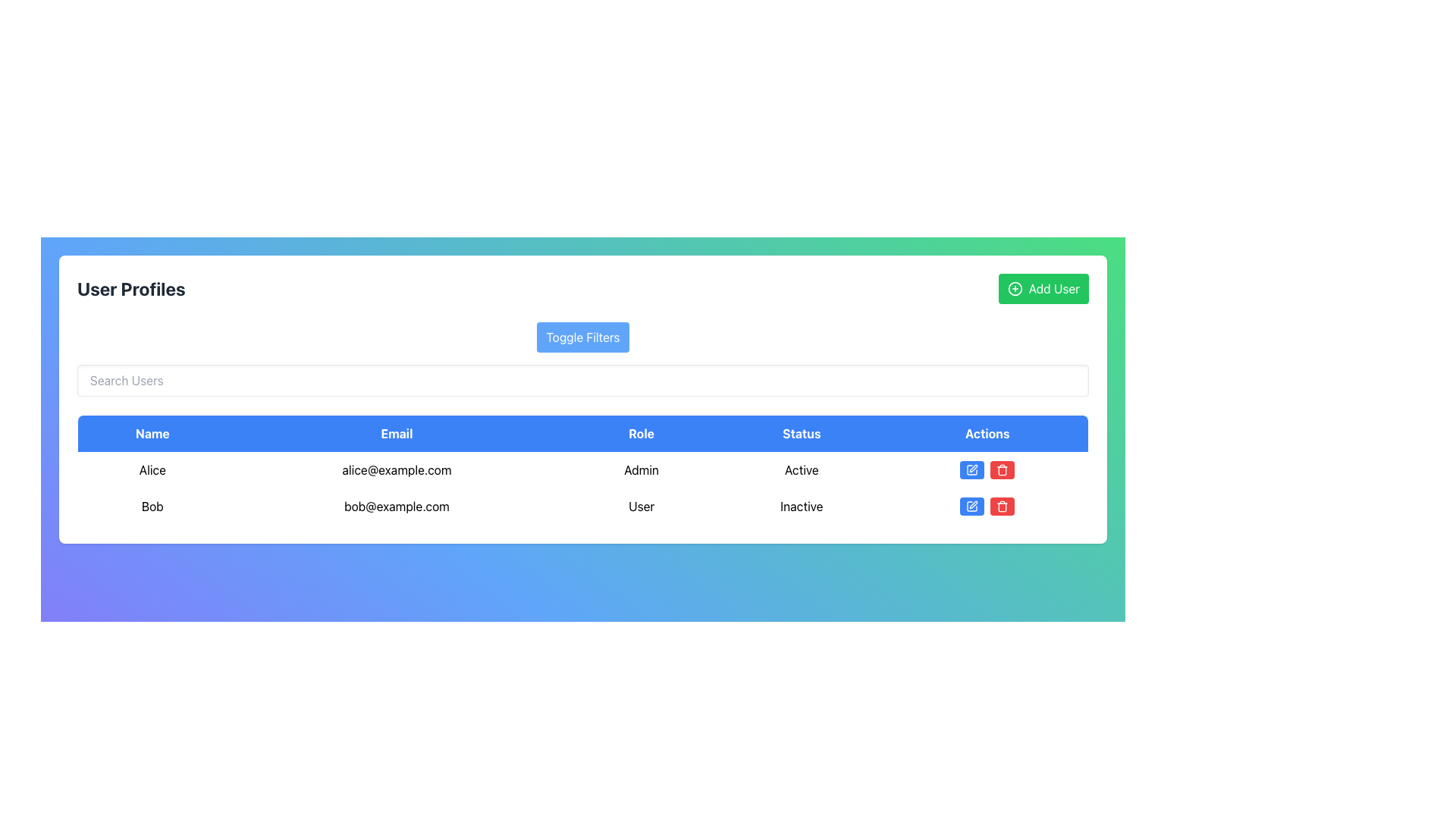 This screenshot has height=819, width=1456. What do you see at coordinates (642, 433) in the screenshot?
I see `the Table Header Cell displaying 'Role' in white font on a blue background, which is the third element in the header row of the table` at bounding box center [642, 433].